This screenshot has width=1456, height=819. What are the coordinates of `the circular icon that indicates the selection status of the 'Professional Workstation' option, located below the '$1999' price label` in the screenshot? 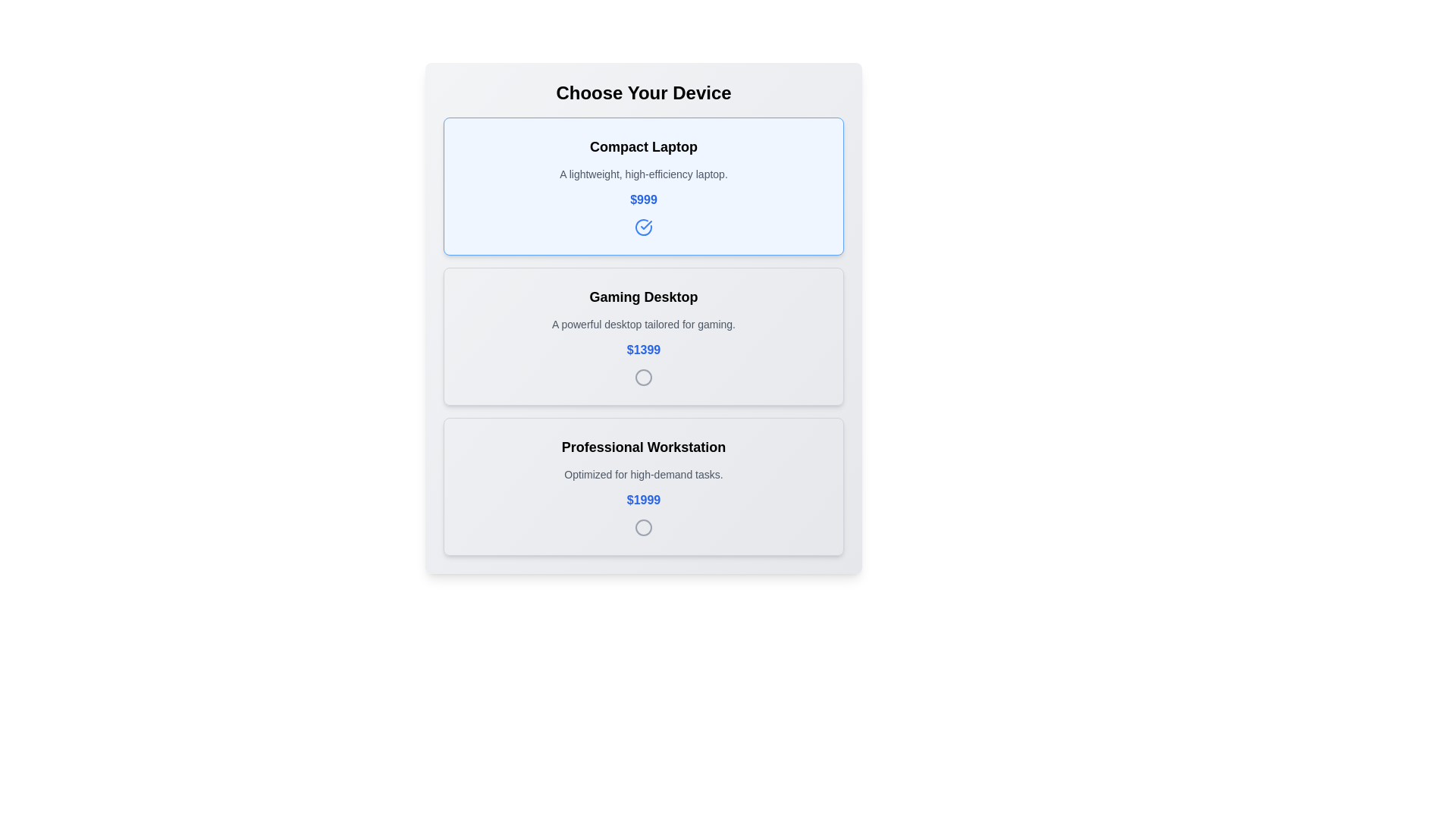 It's located at (644, 526).